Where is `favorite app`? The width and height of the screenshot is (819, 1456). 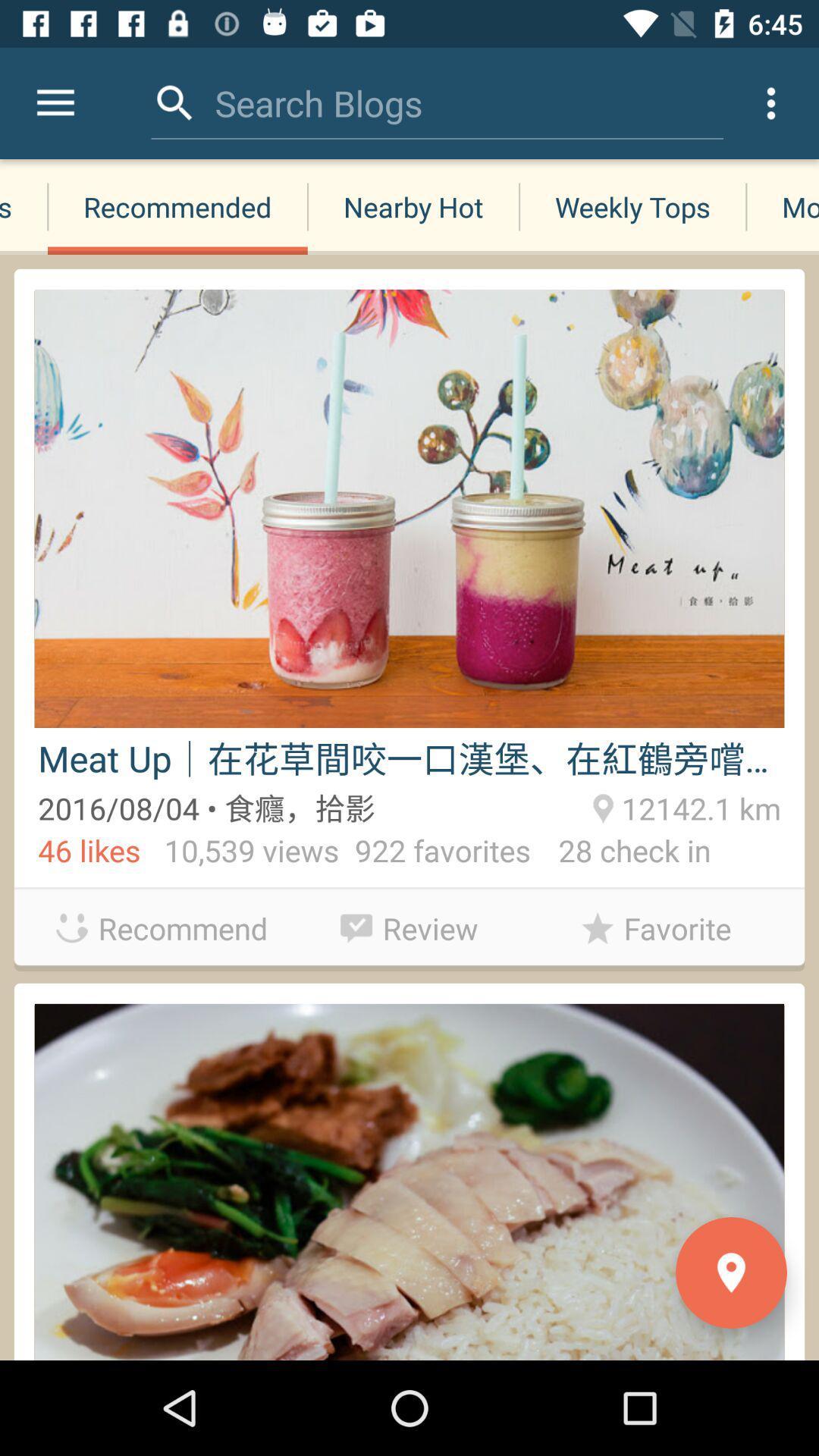
favorite app is located at coordinates (655, 927).